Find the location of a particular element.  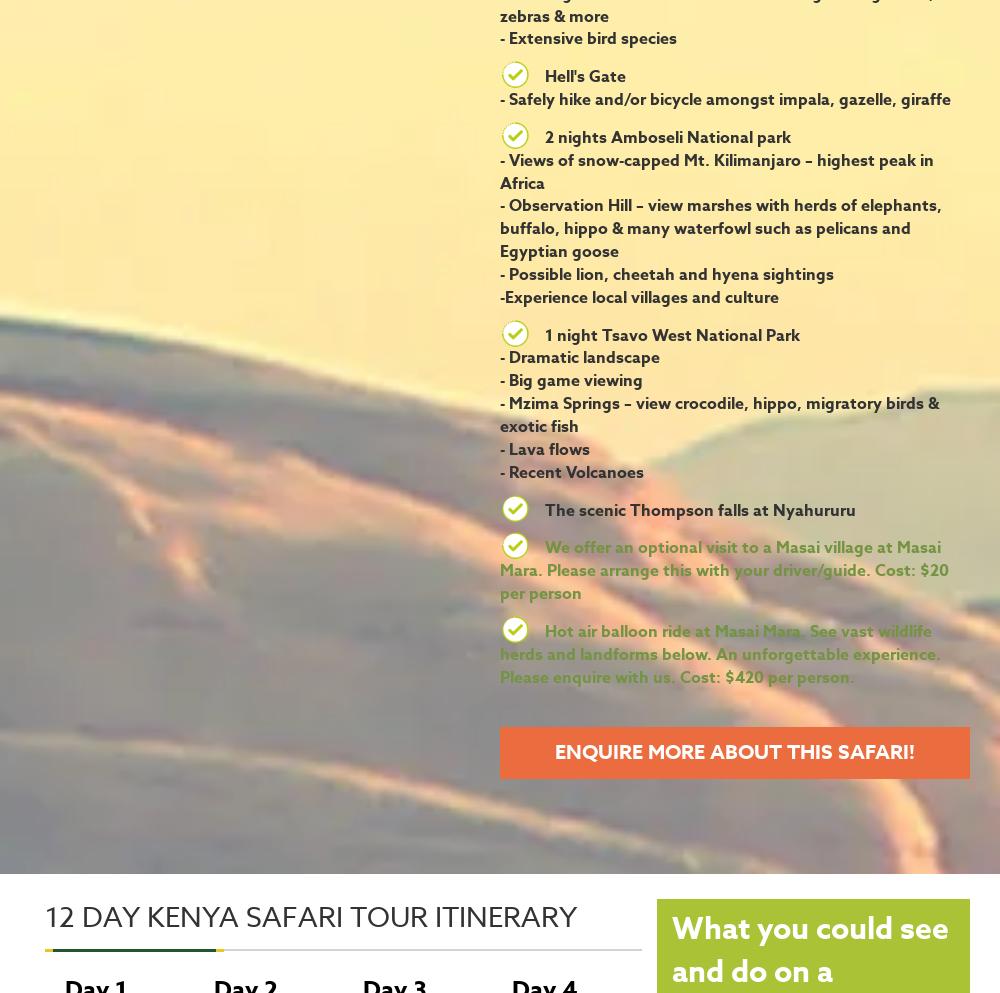

'- Big game viewing' is located at coordinates (570, 381).